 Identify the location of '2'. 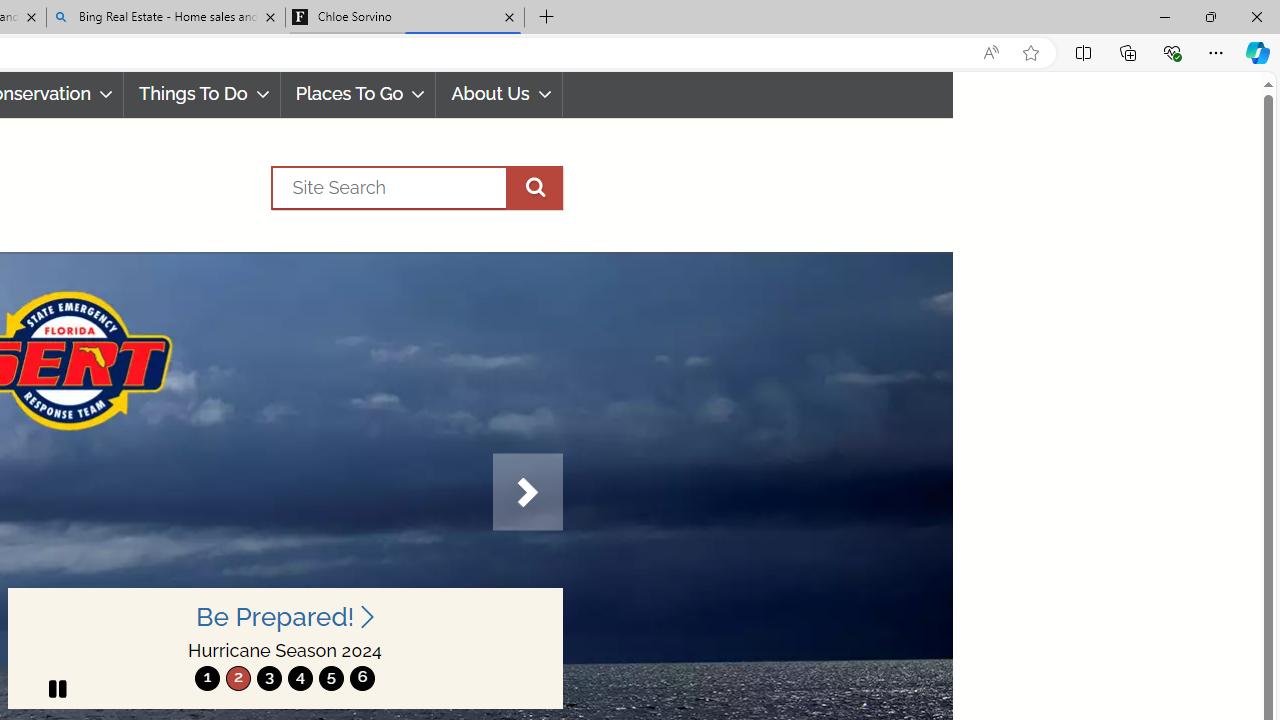
(238, 677).